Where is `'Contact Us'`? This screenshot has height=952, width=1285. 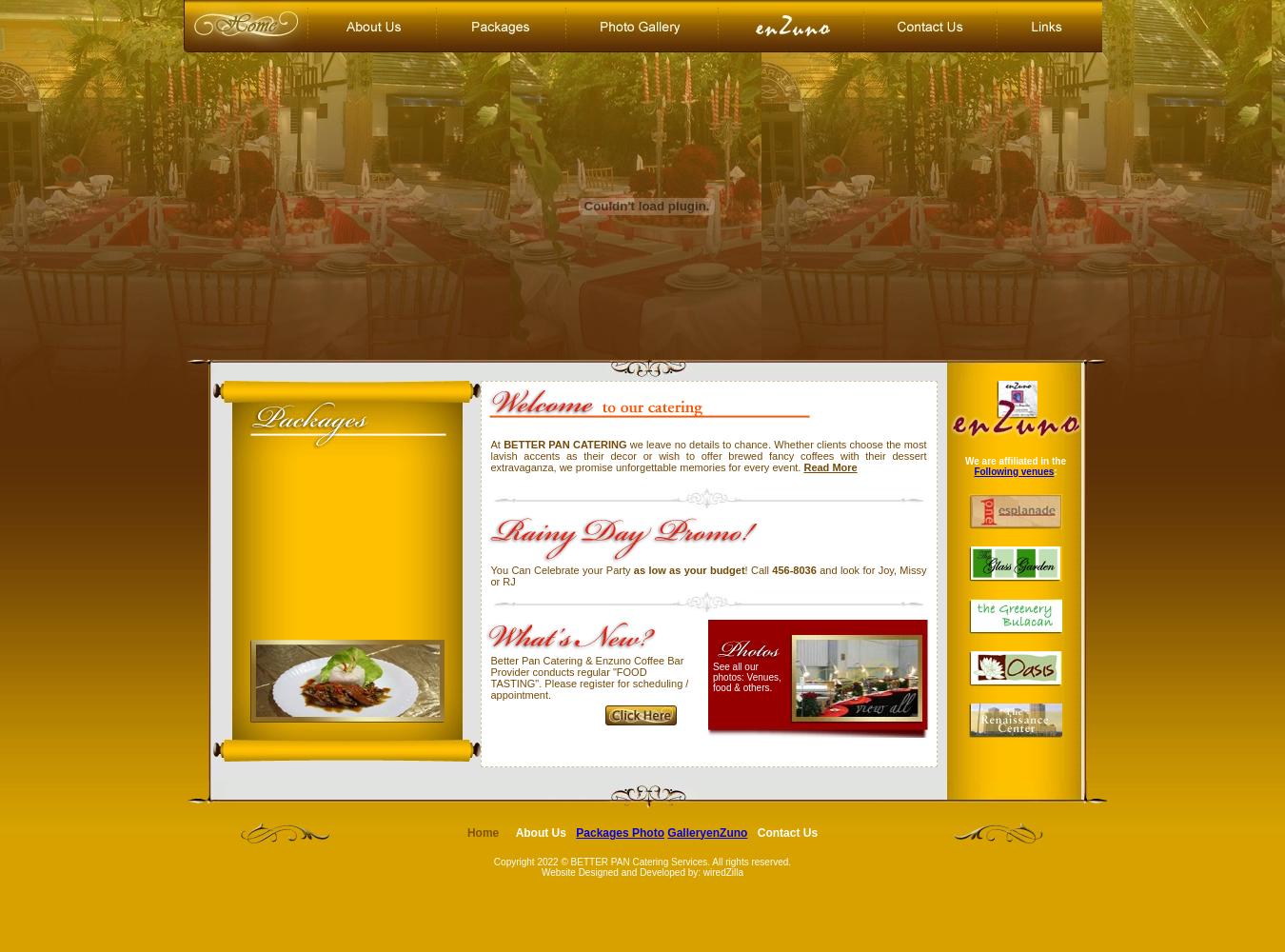 'Contact Us' is located at coordinates (787, 831).